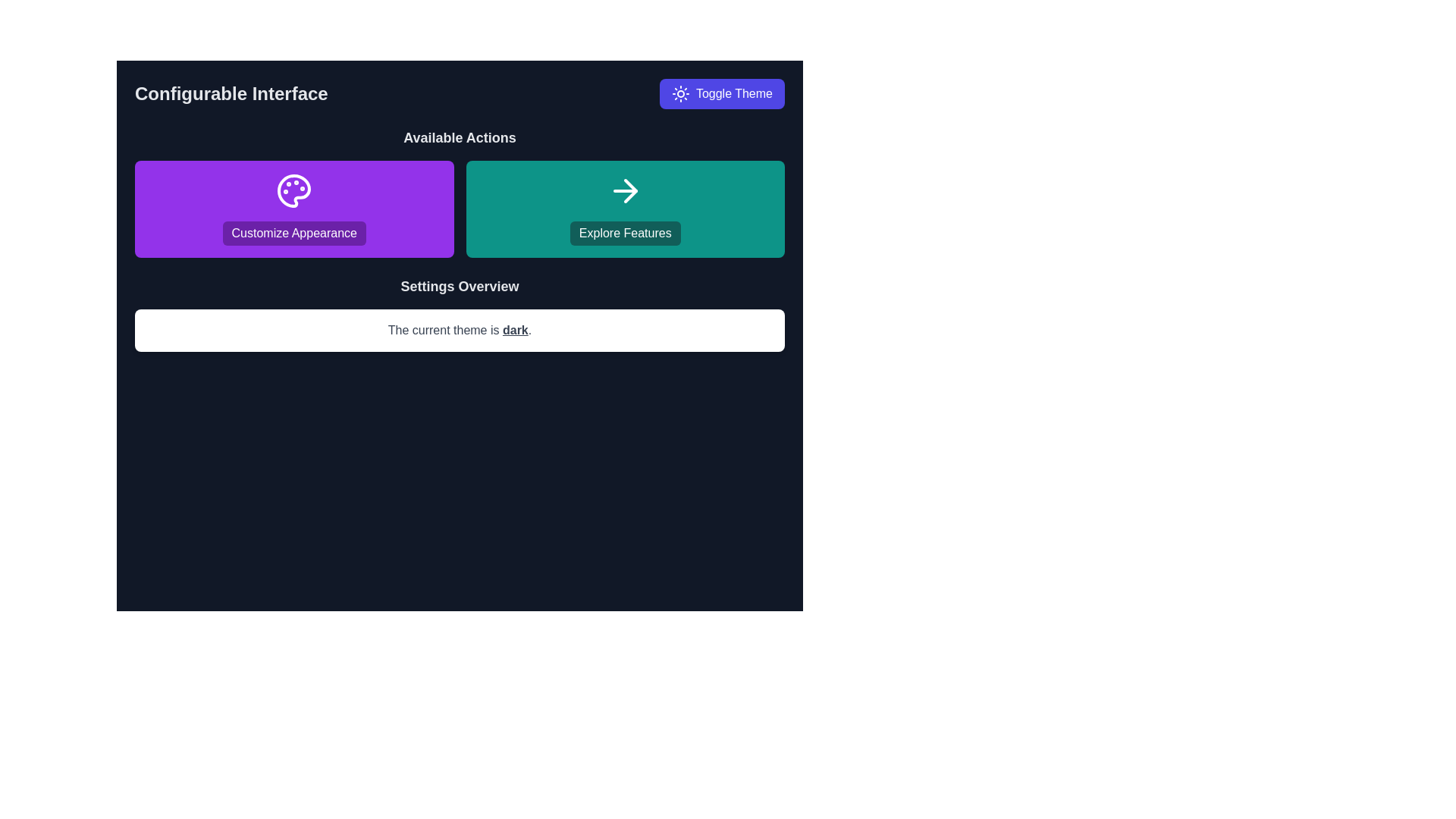  Describe the element at coordinates (515, 329) in the screenshot. I see `the emphasized text label 'dark', styled with bold typography and an underline, located within the sentence 'The current theme is dark.' in a central white text box on a dark background` at that location.